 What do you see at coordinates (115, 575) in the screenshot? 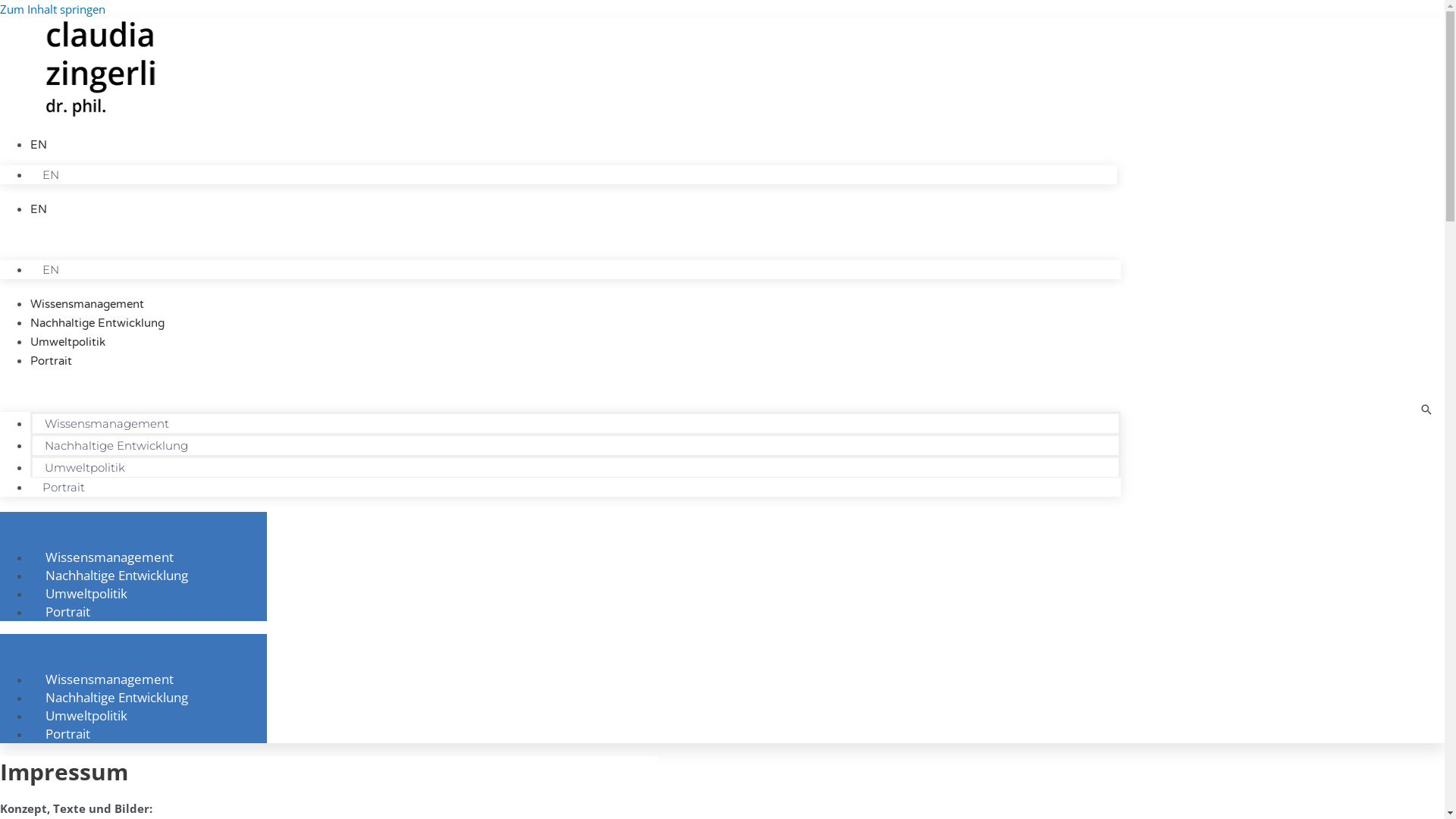
I see `'Nachhaltige Entwicklung'` at bounding box center [115, 575].